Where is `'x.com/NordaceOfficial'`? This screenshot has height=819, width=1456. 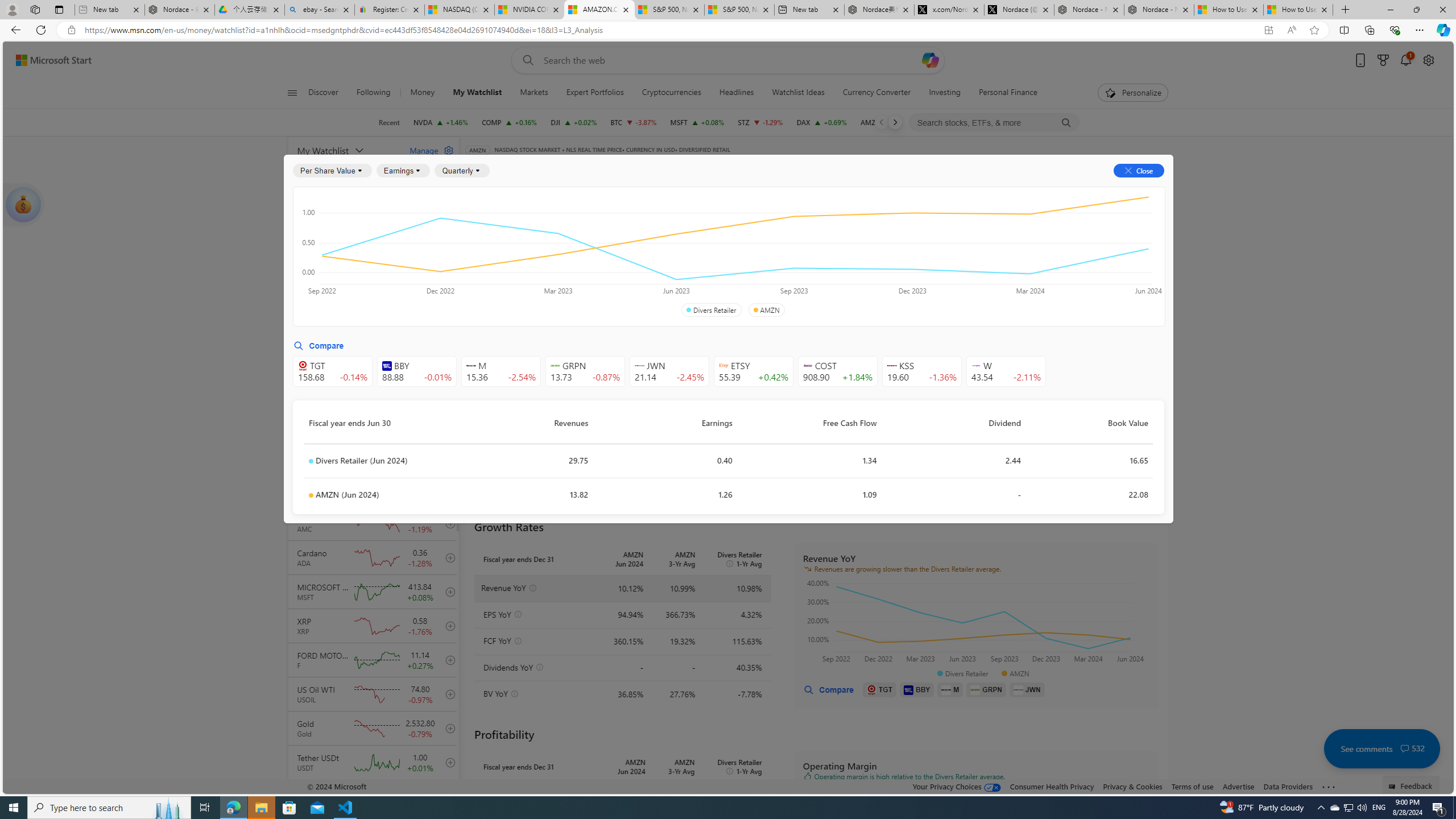
'x.com/NordaceOfficial' is located at coordinates (949, 9).